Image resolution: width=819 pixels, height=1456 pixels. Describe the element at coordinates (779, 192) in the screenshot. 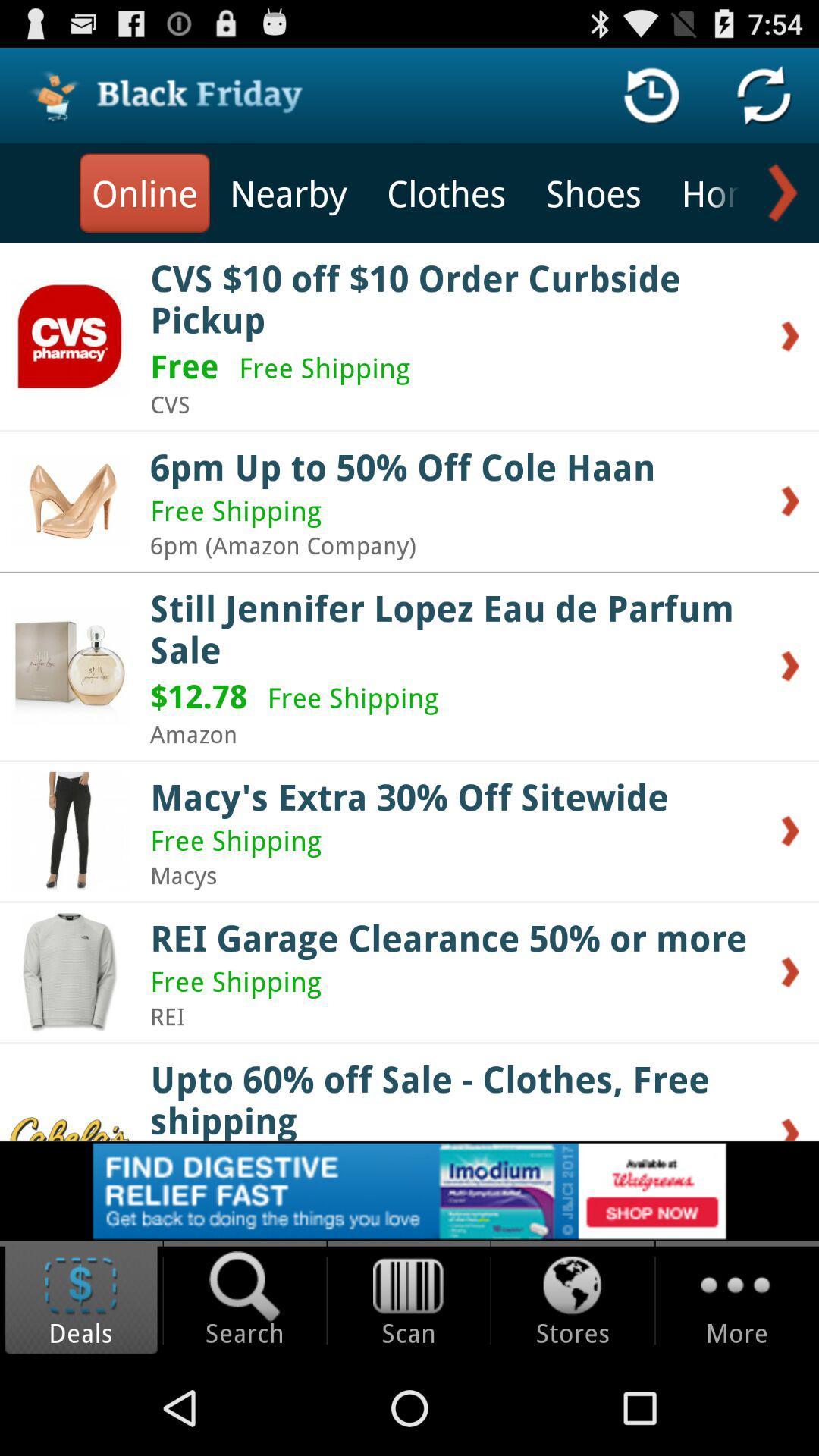

I see `see more` at that location.